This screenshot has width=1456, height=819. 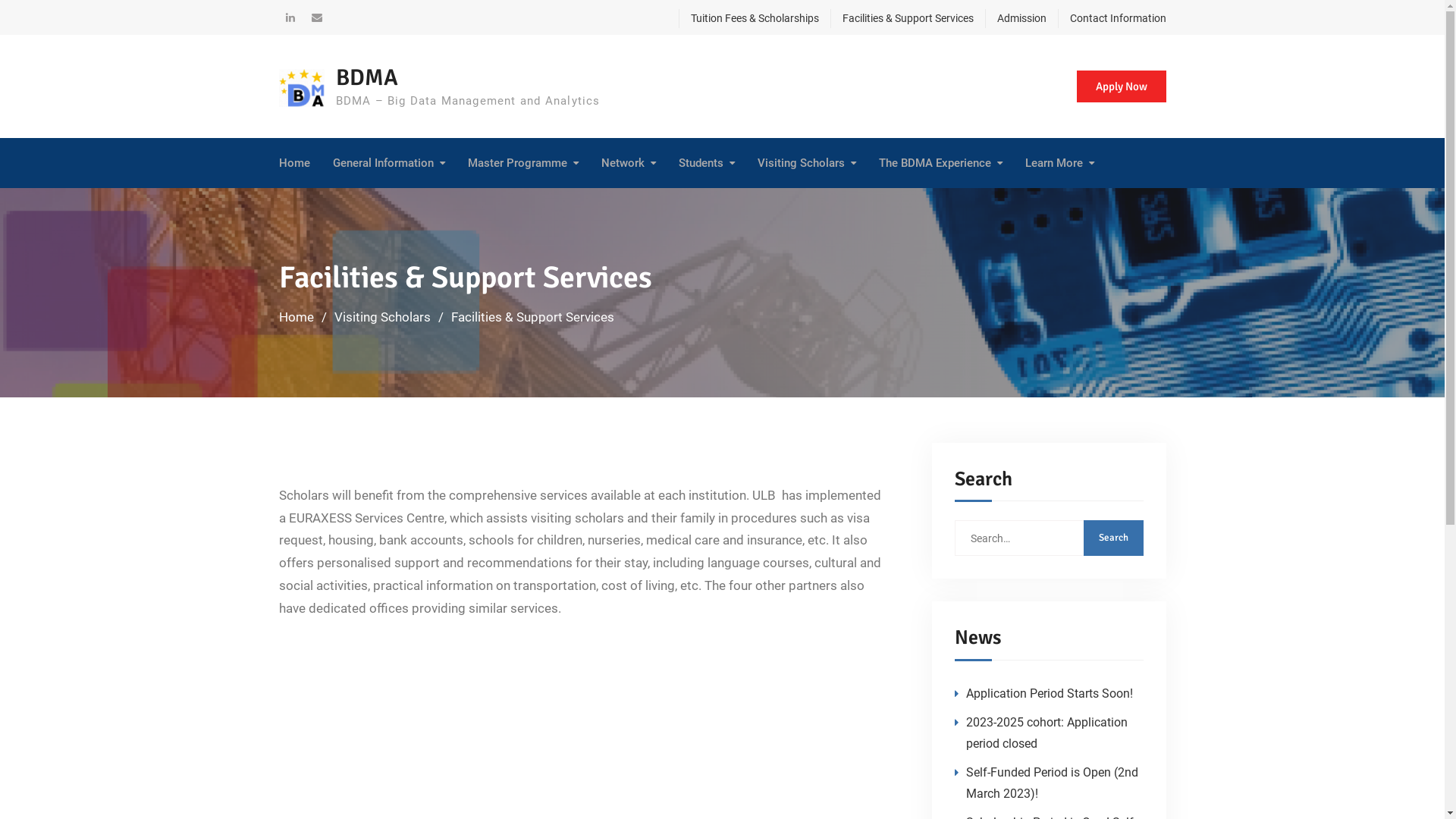 What do you see at coordinates (748, 18) in the screenshot?
I see `'Tuition Fees & Scholarships'` at bounding box center [748, 18].